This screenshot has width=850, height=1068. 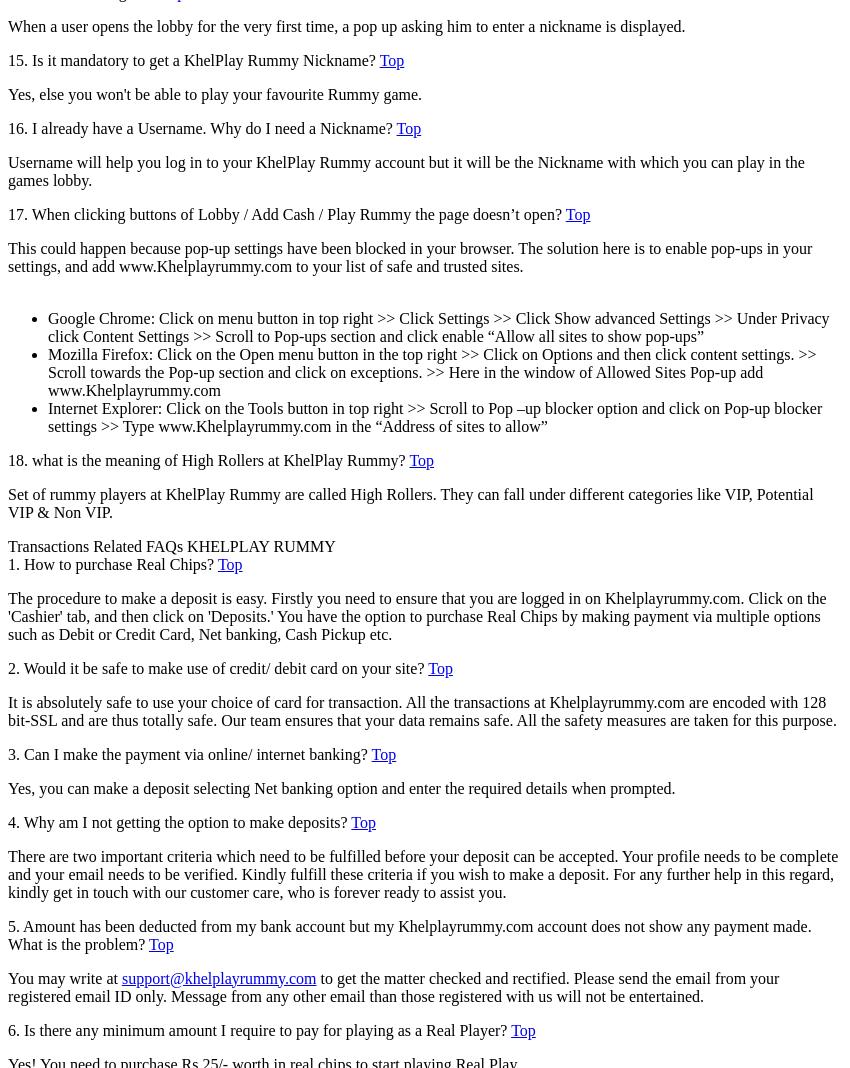 What do you see at coordinates (207, 459) in the screenshot?
I see `'18. what is the meaning of High Rollers at KhelPlay Rummy?'` at bounding box center [207, 459].